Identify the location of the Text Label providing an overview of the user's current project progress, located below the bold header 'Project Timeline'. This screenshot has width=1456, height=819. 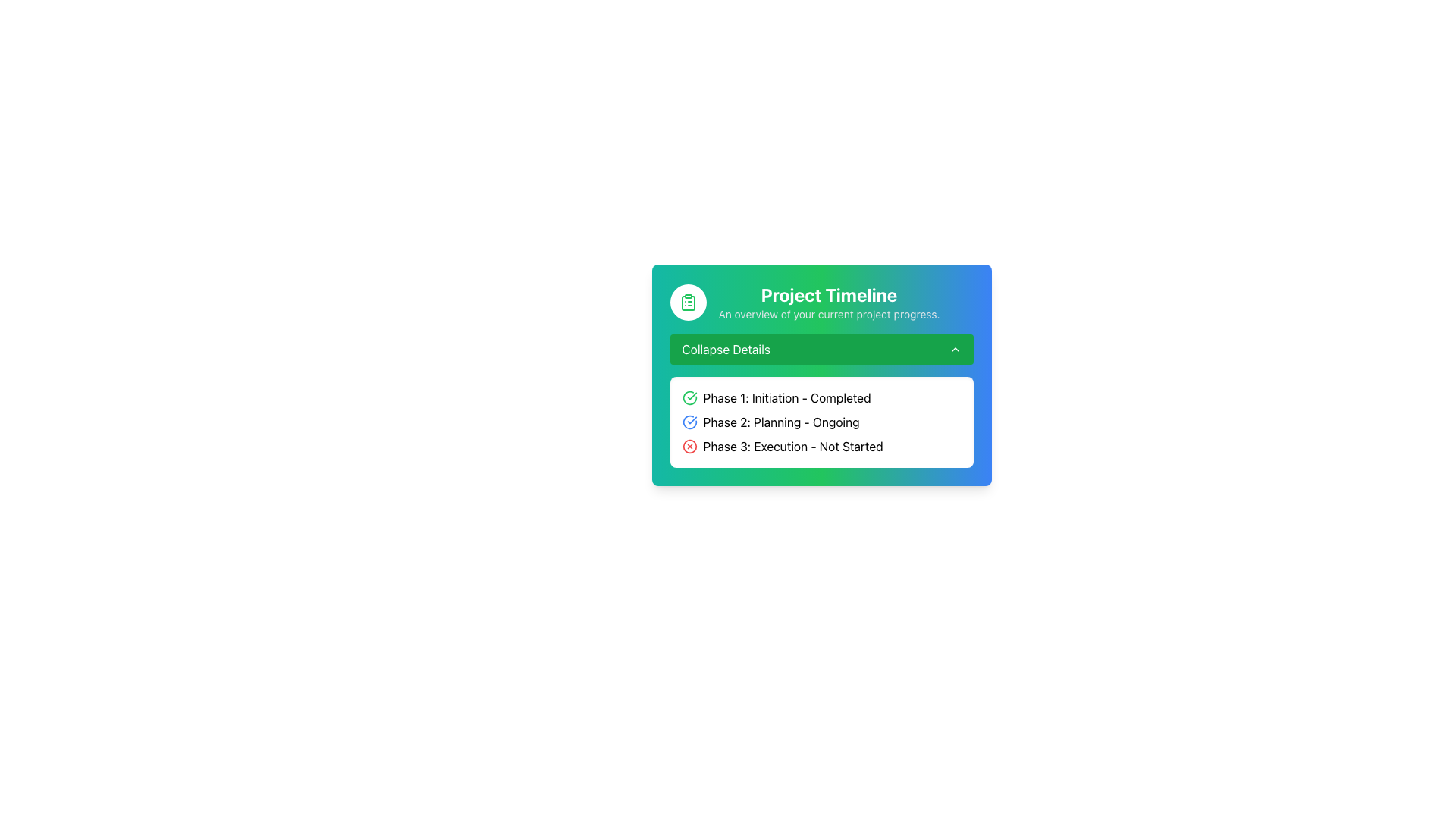
(828, 314).